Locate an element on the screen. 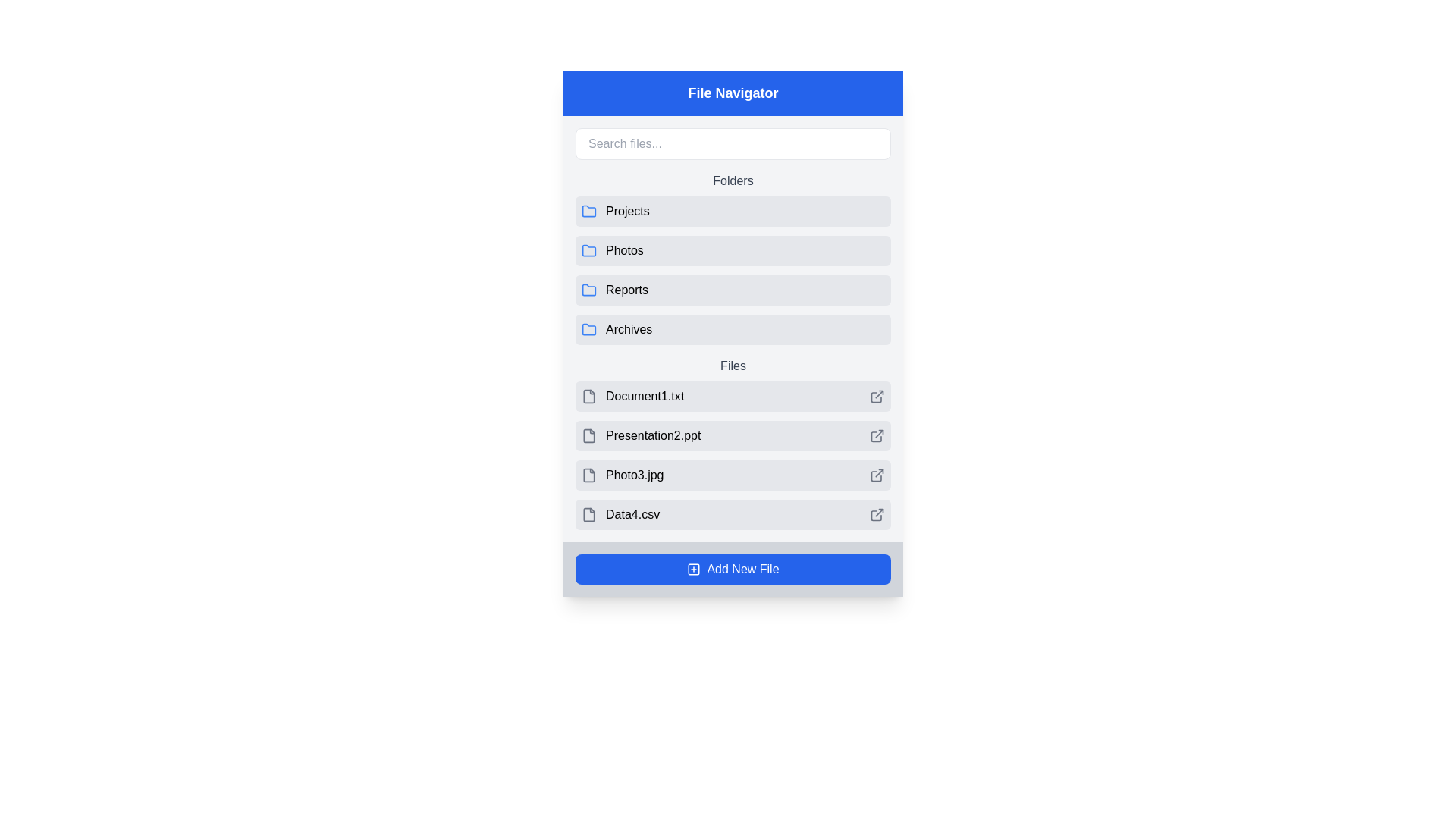  the first file entry is located at coordinates (733, 396).